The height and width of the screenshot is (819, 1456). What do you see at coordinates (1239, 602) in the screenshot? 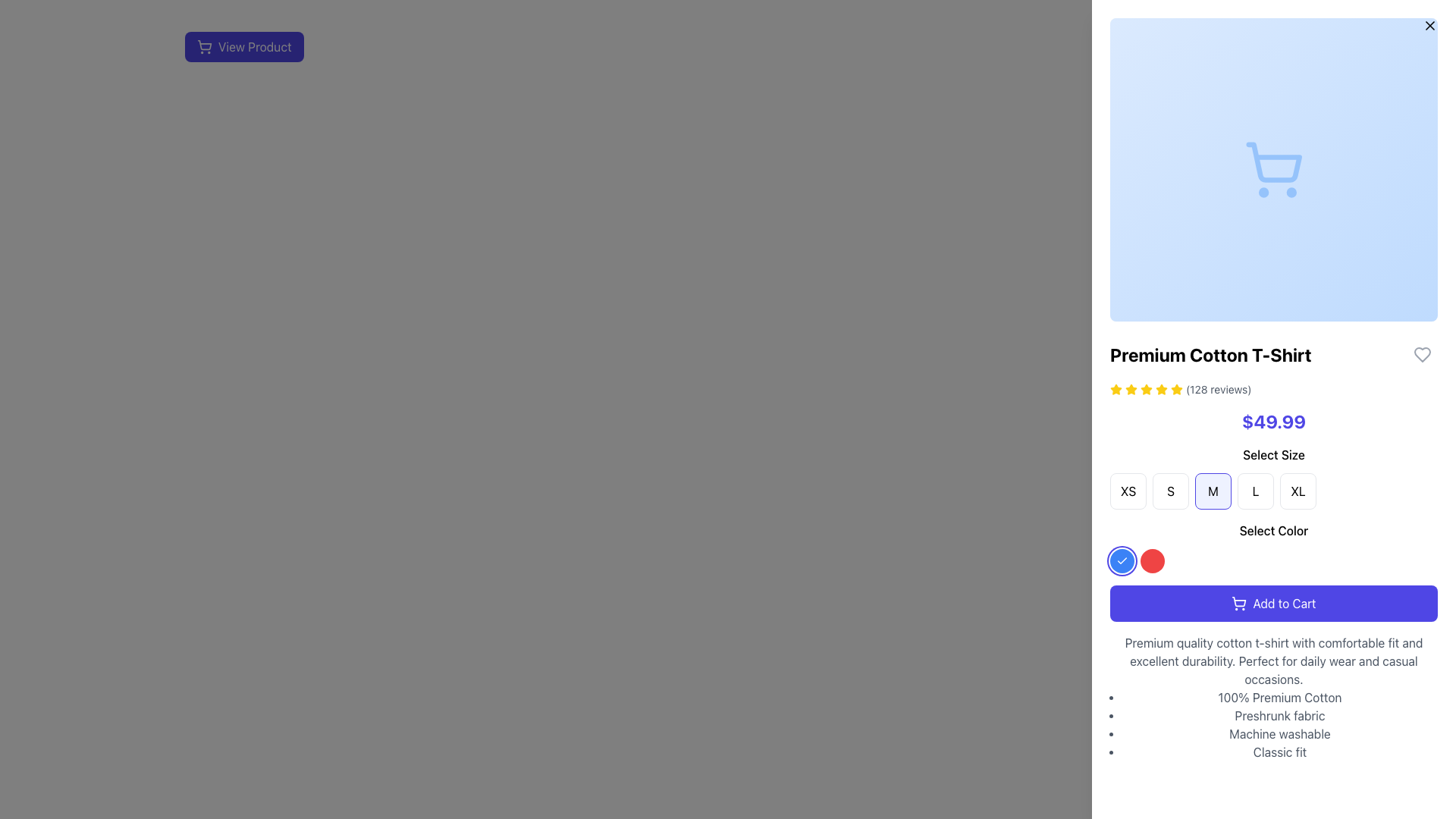
I see `the cart icon located to the left of the 'Add to Cart' button` at bounding box center [1239, 602].